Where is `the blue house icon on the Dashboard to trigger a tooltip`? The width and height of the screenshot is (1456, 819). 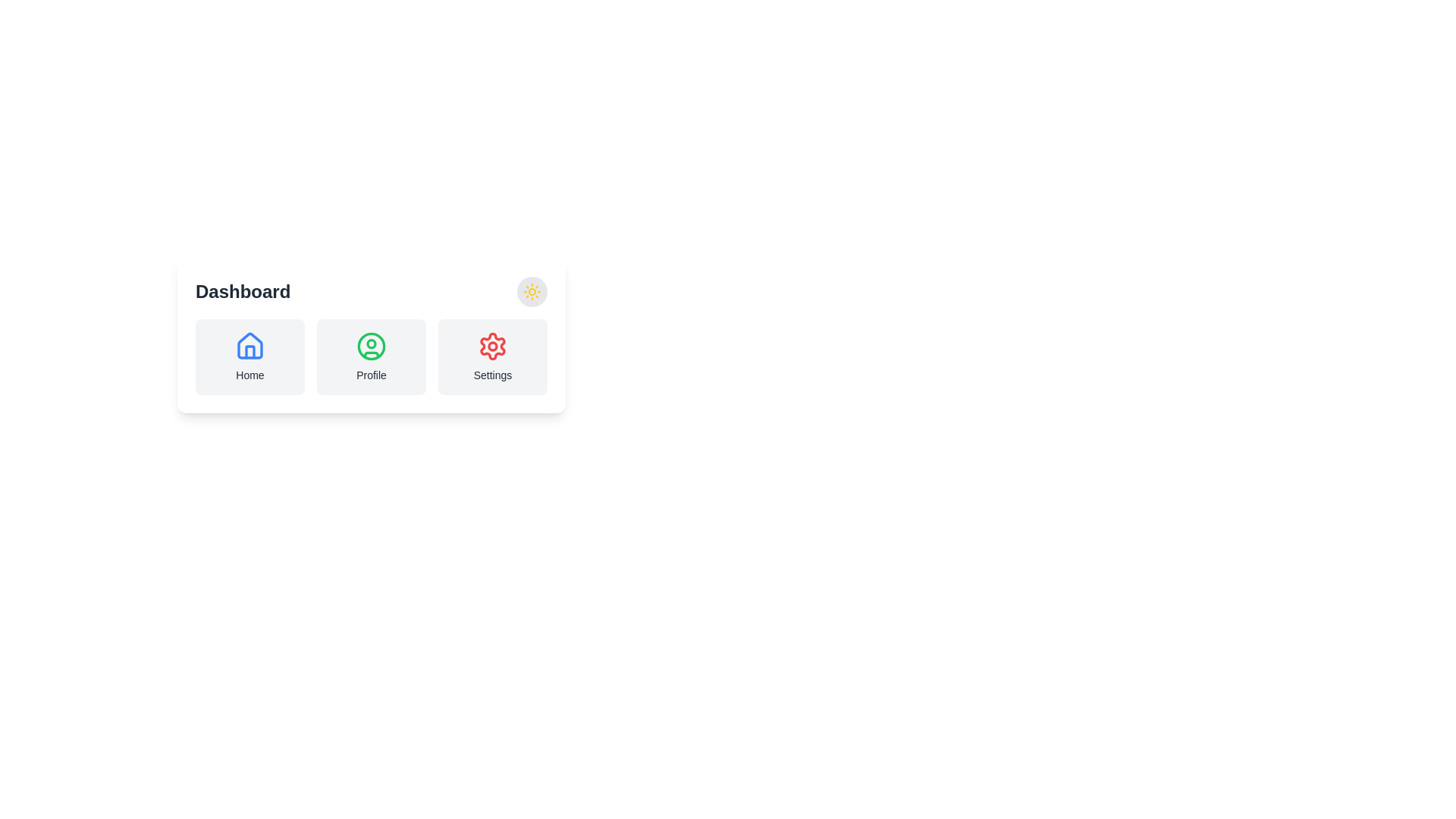
the blue house icon on the Dashboard to trigger a tooltip is located at coordinates (250, 345).